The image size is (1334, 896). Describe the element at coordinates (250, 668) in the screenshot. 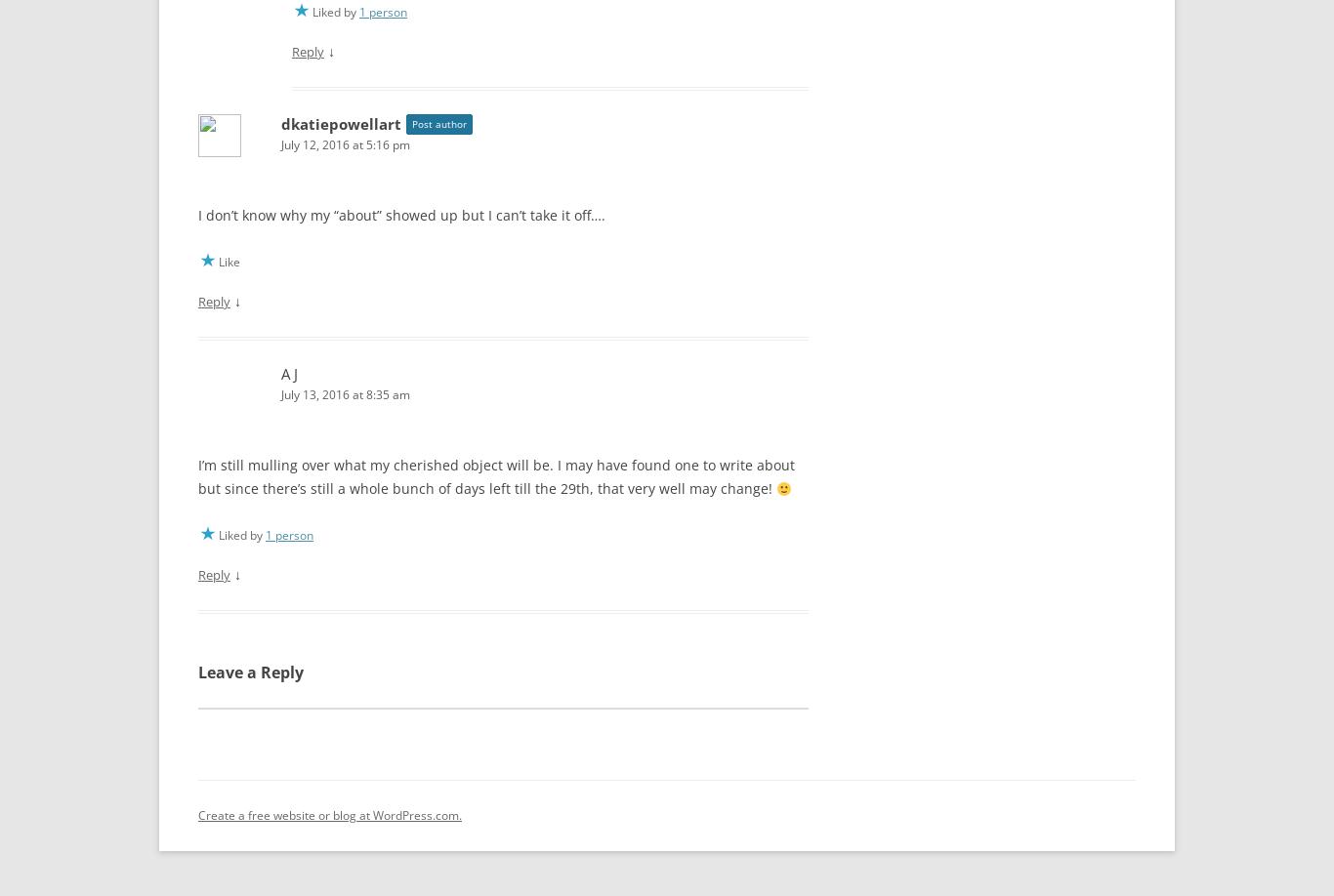

I see `'Leave a Reply'` at that location.